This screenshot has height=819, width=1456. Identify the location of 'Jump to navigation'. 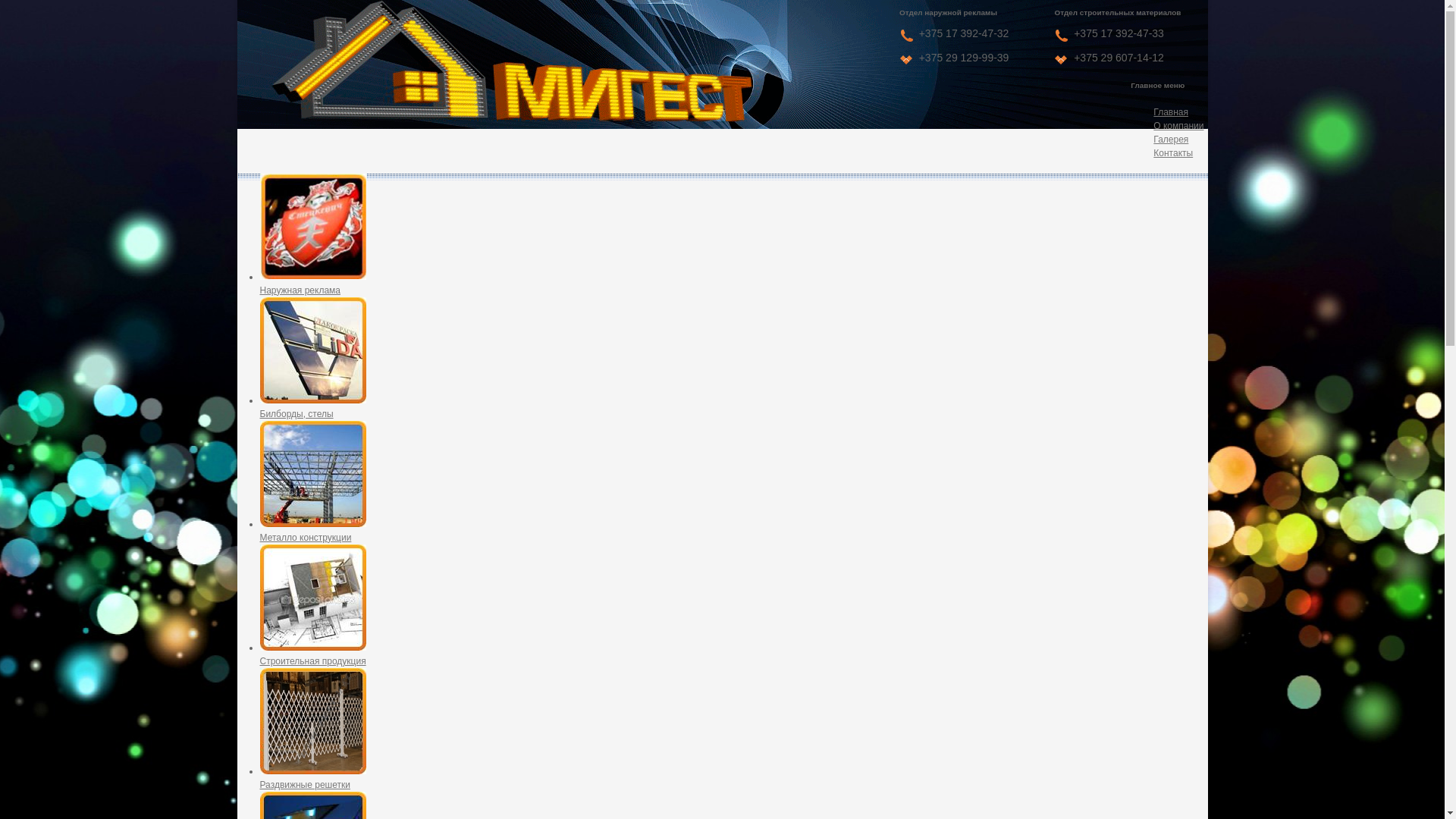
(721, 2).